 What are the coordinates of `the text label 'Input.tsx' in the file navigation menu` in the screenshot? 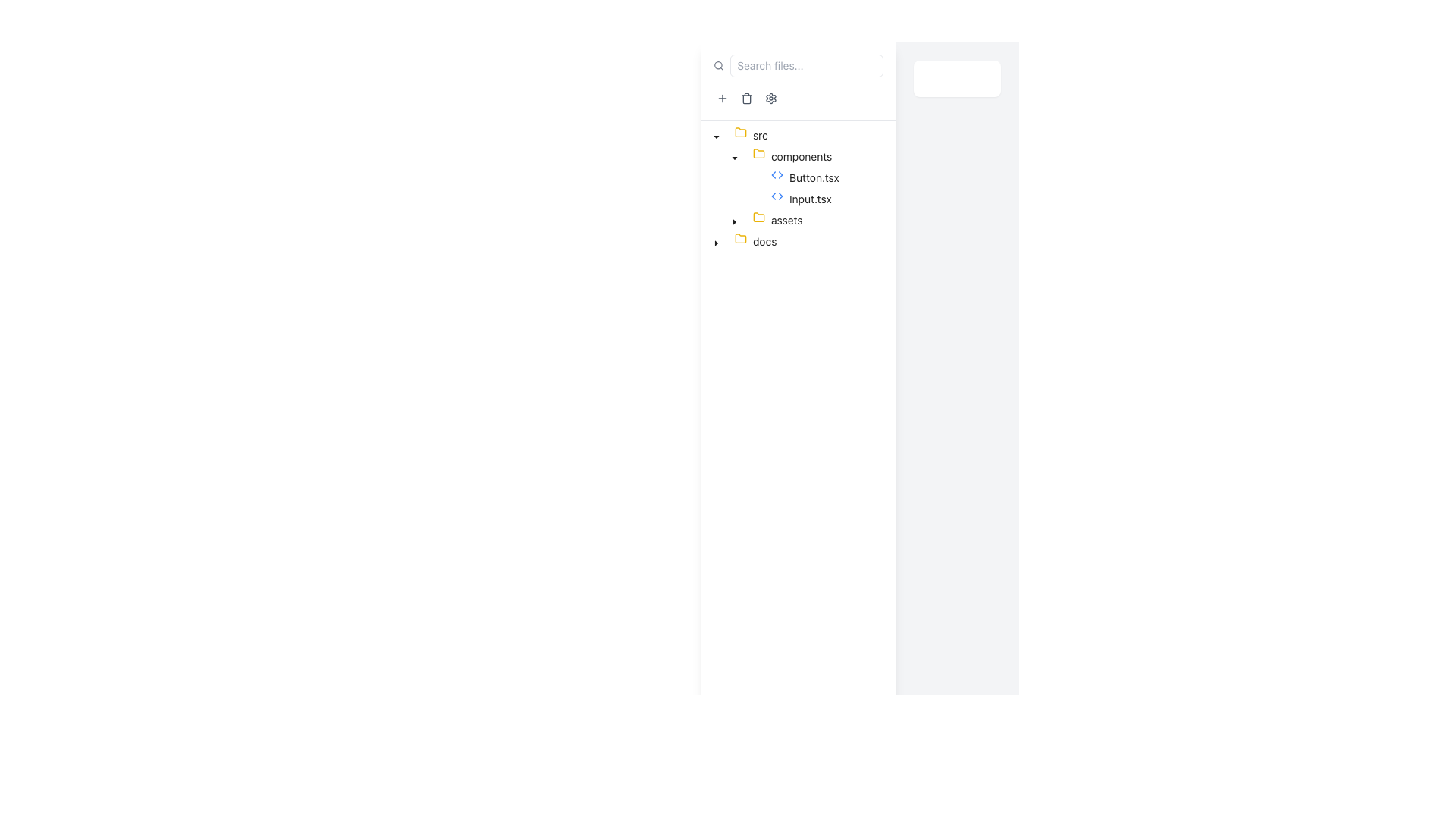 It's located at (809, 198).